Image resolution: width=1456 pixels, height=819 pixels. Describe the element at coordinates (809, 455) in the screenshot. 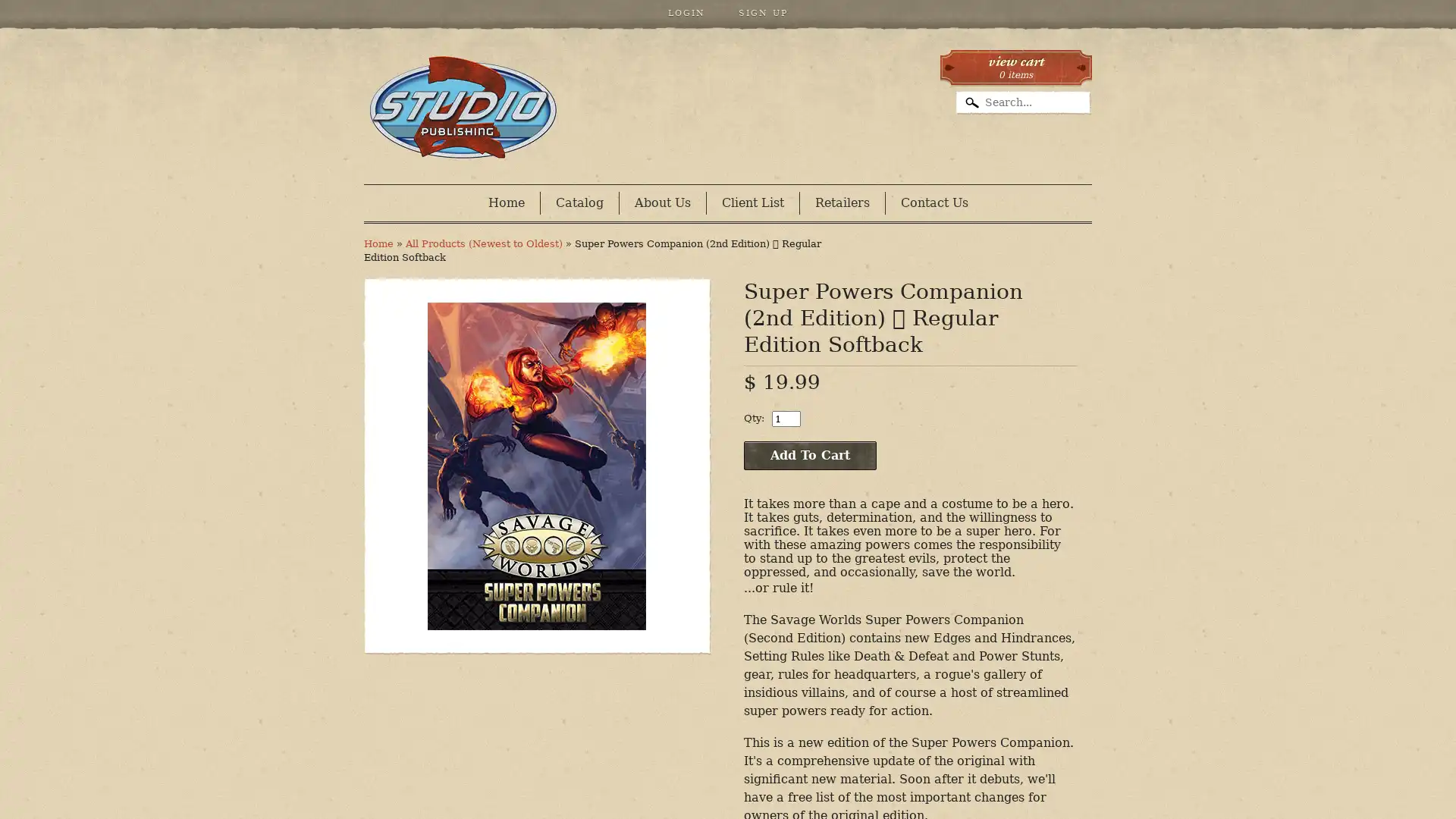

I see `Add To Cart` at that location.